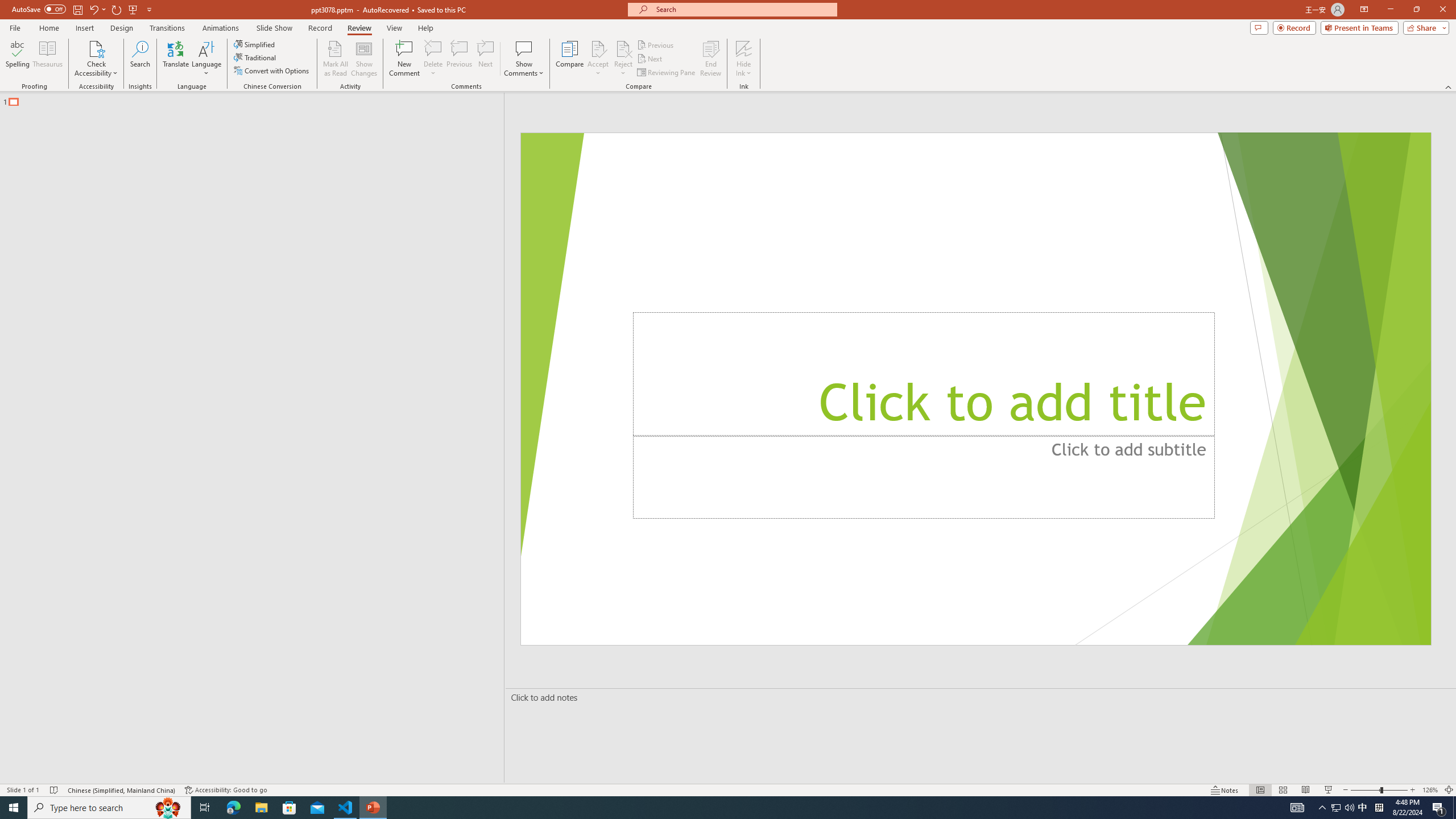  Describe the element at coordinates (364, 59) in the screenshot. I see `'Show Changes'` at that location.